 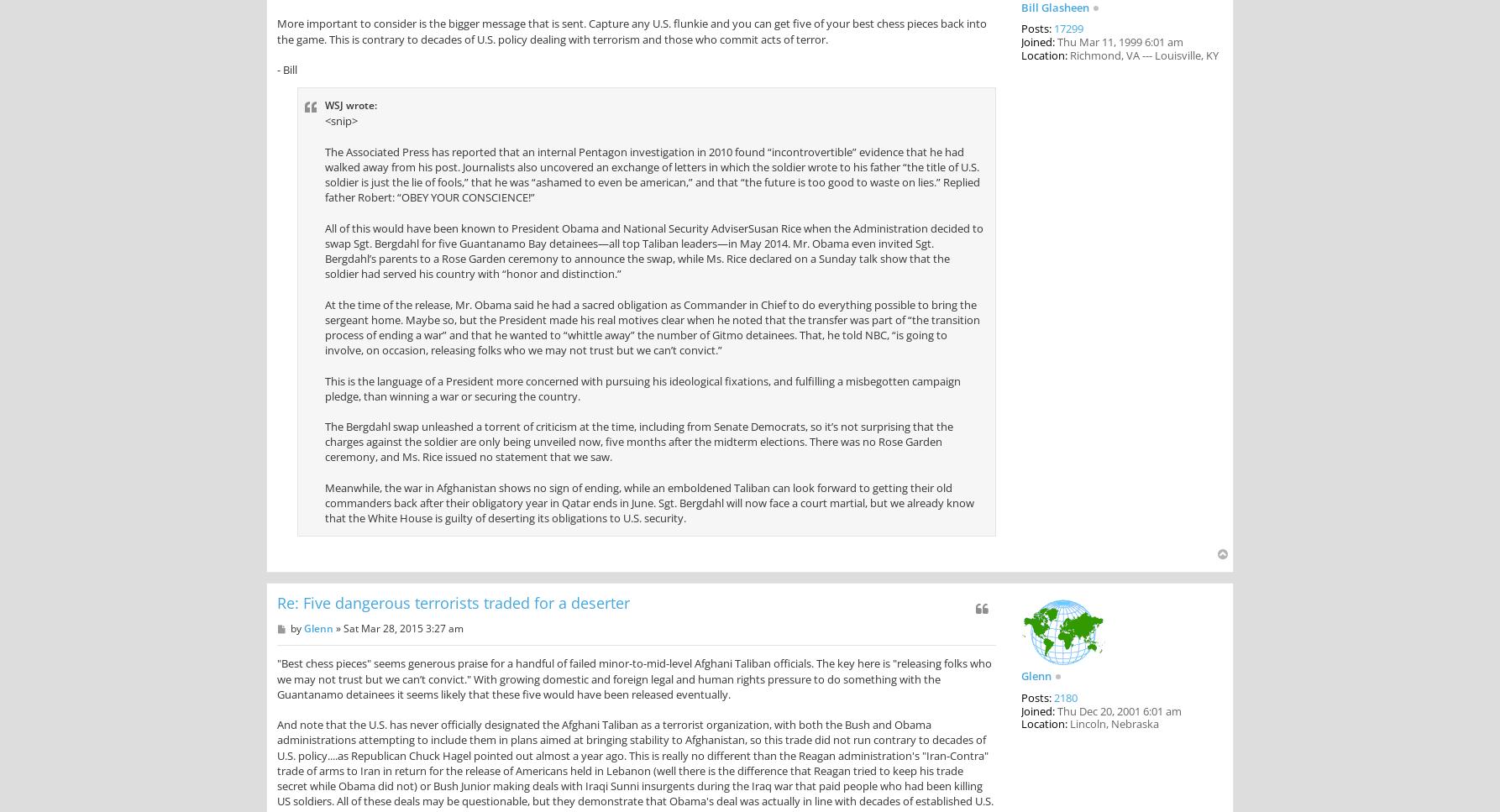 I want to click on '- Bill', so click(x=287, y=69).